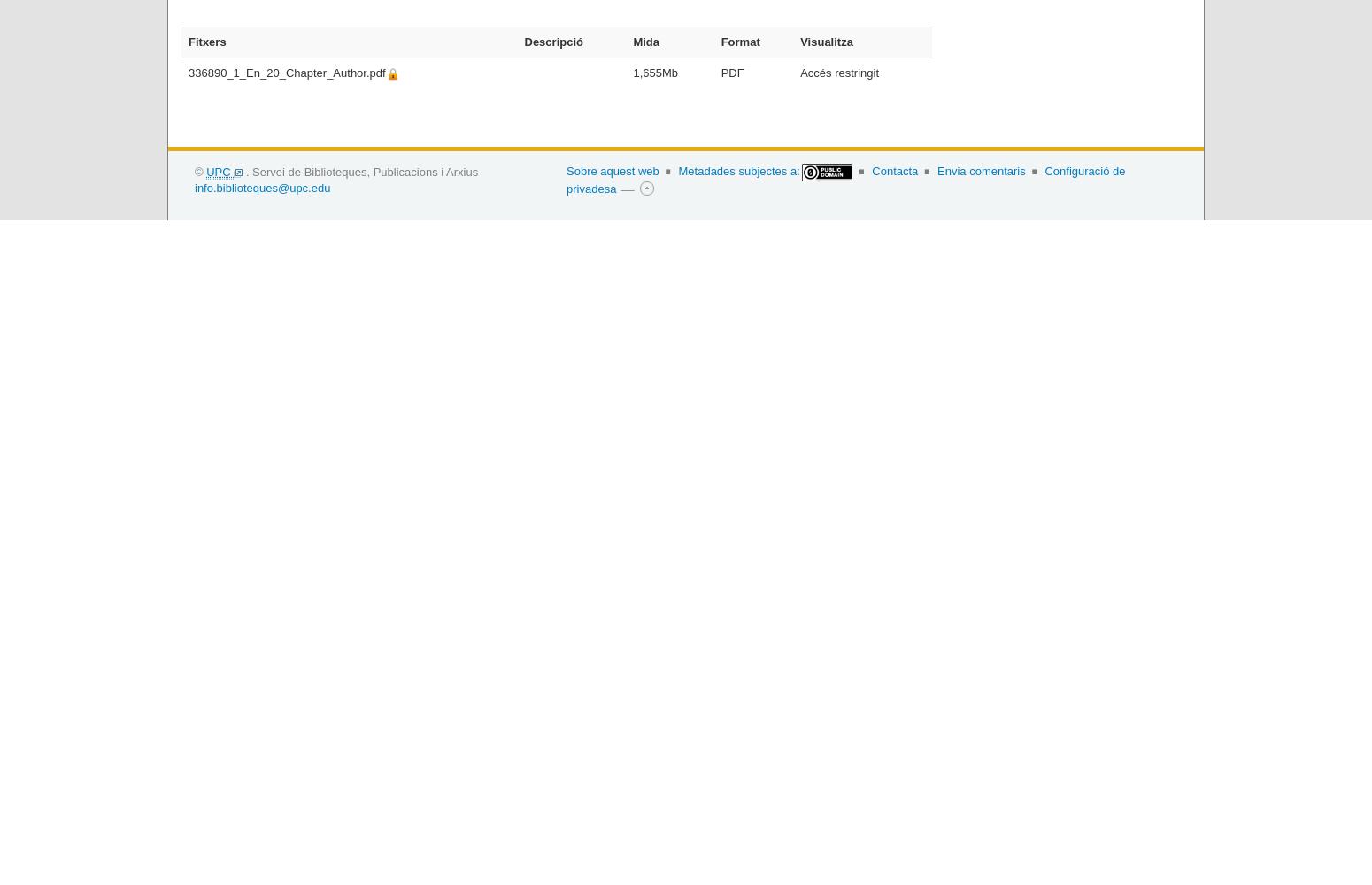  Describe the element at coordinates (285, 72) in the screenshot. I see `'336890_1_En_20_Chapter_Author.pdf'` at that location.